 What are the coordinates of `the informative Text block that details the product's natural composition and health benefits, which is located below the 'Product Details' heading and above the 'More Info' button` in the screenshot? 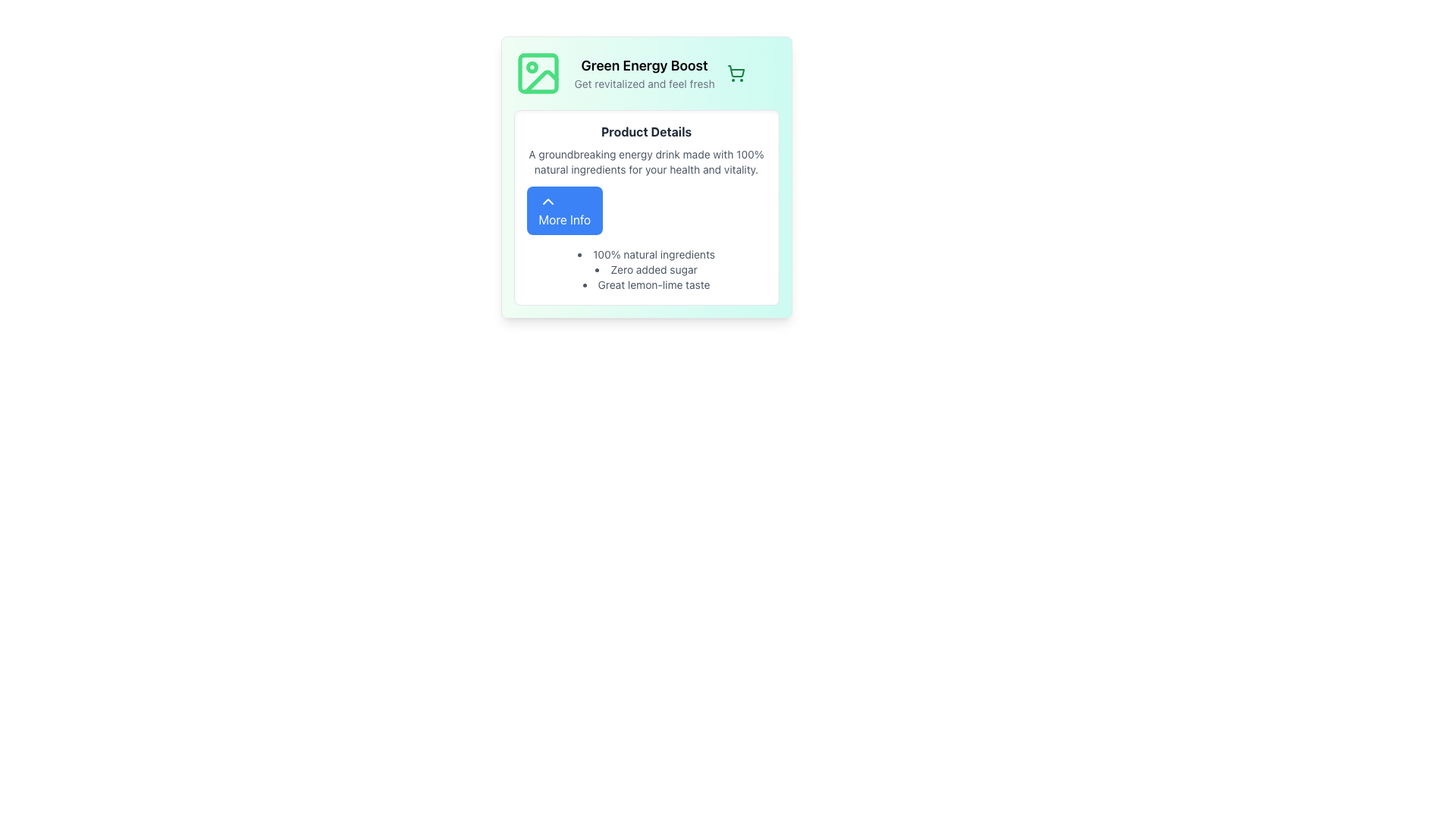 It's located at (646, 162).